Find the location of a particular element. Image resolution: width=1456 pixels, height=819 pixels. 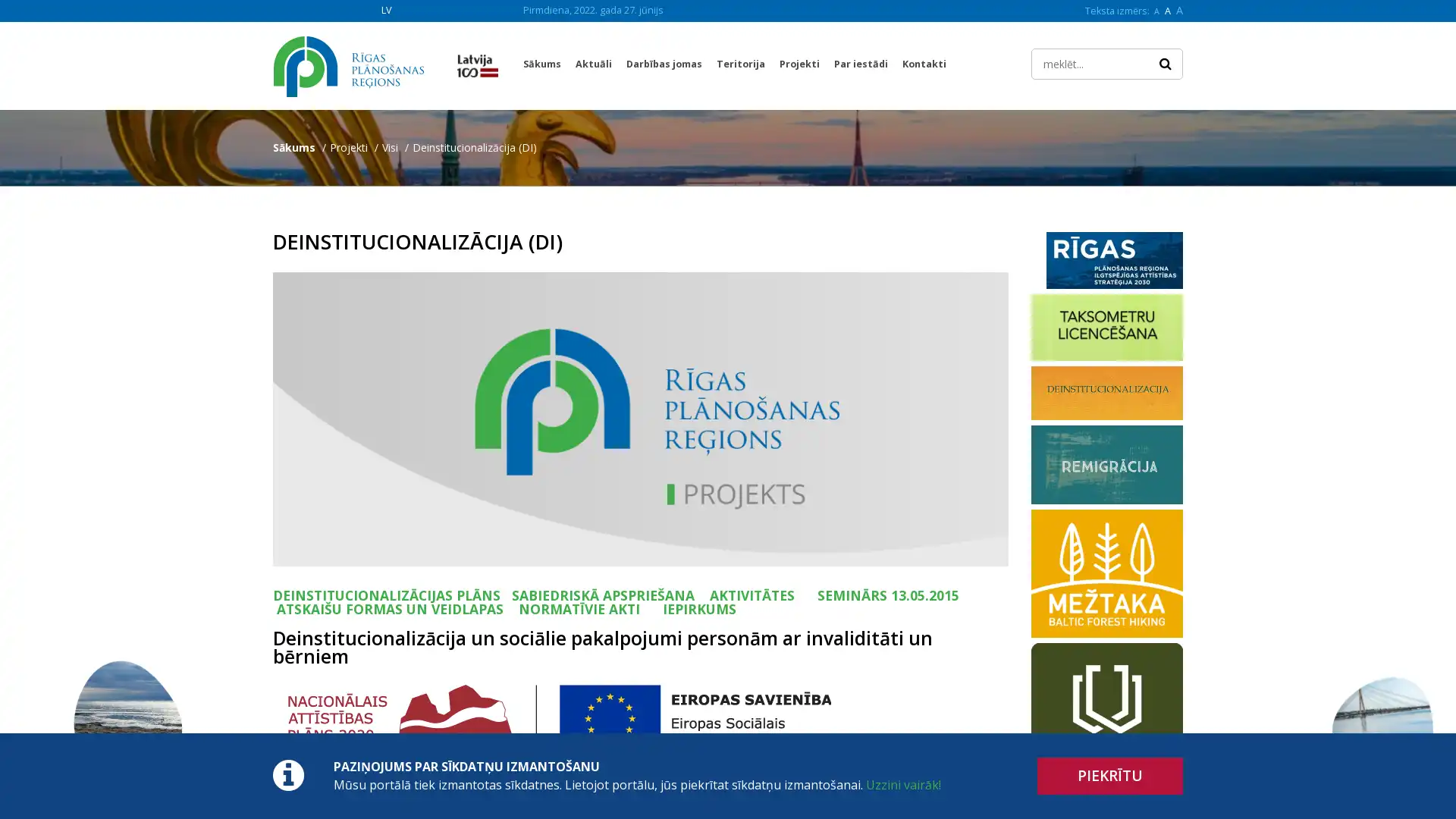

PIEKRITU is located at coordinates (1110, 776).